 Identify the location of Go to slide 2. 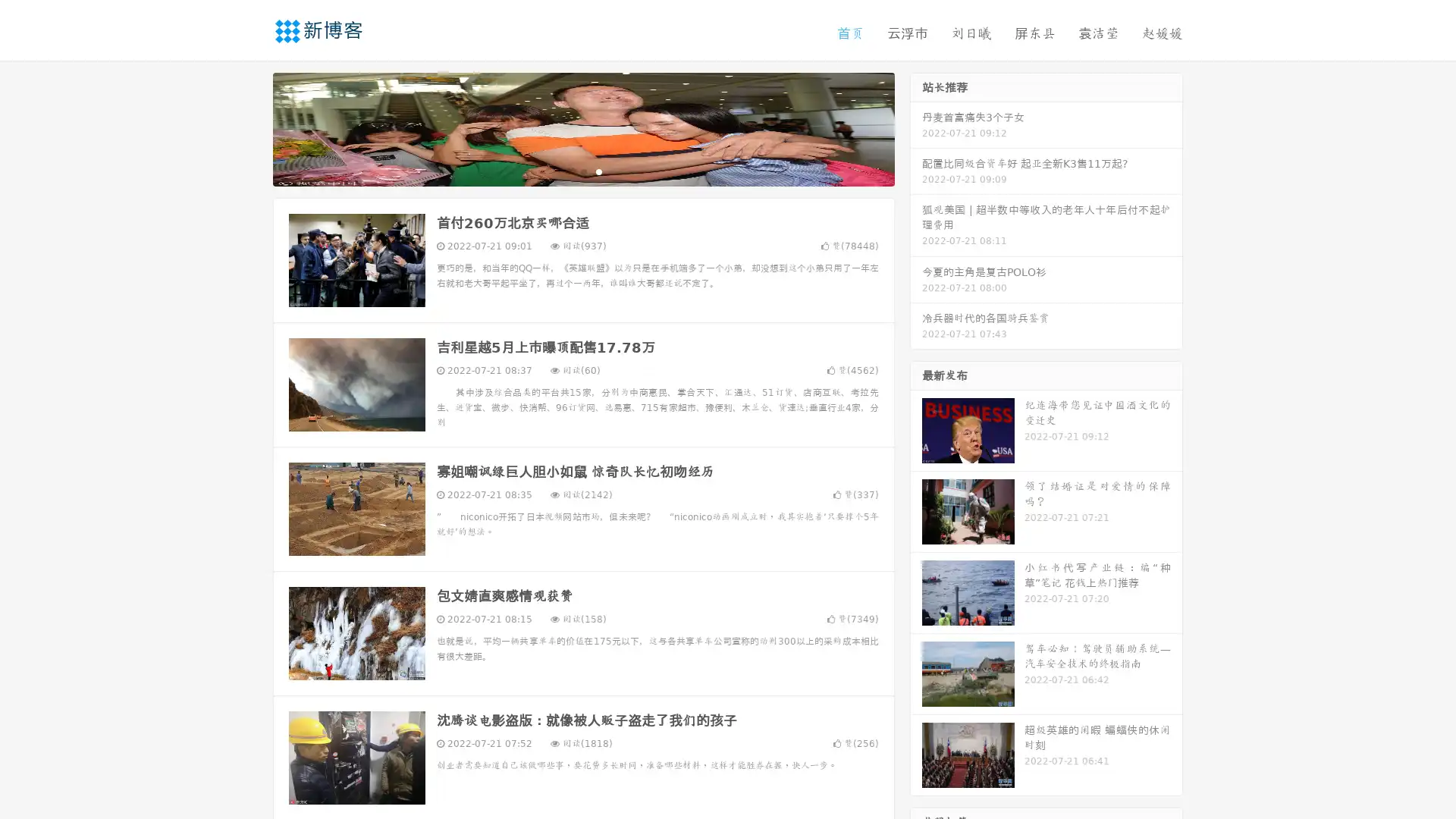
(582, 171).